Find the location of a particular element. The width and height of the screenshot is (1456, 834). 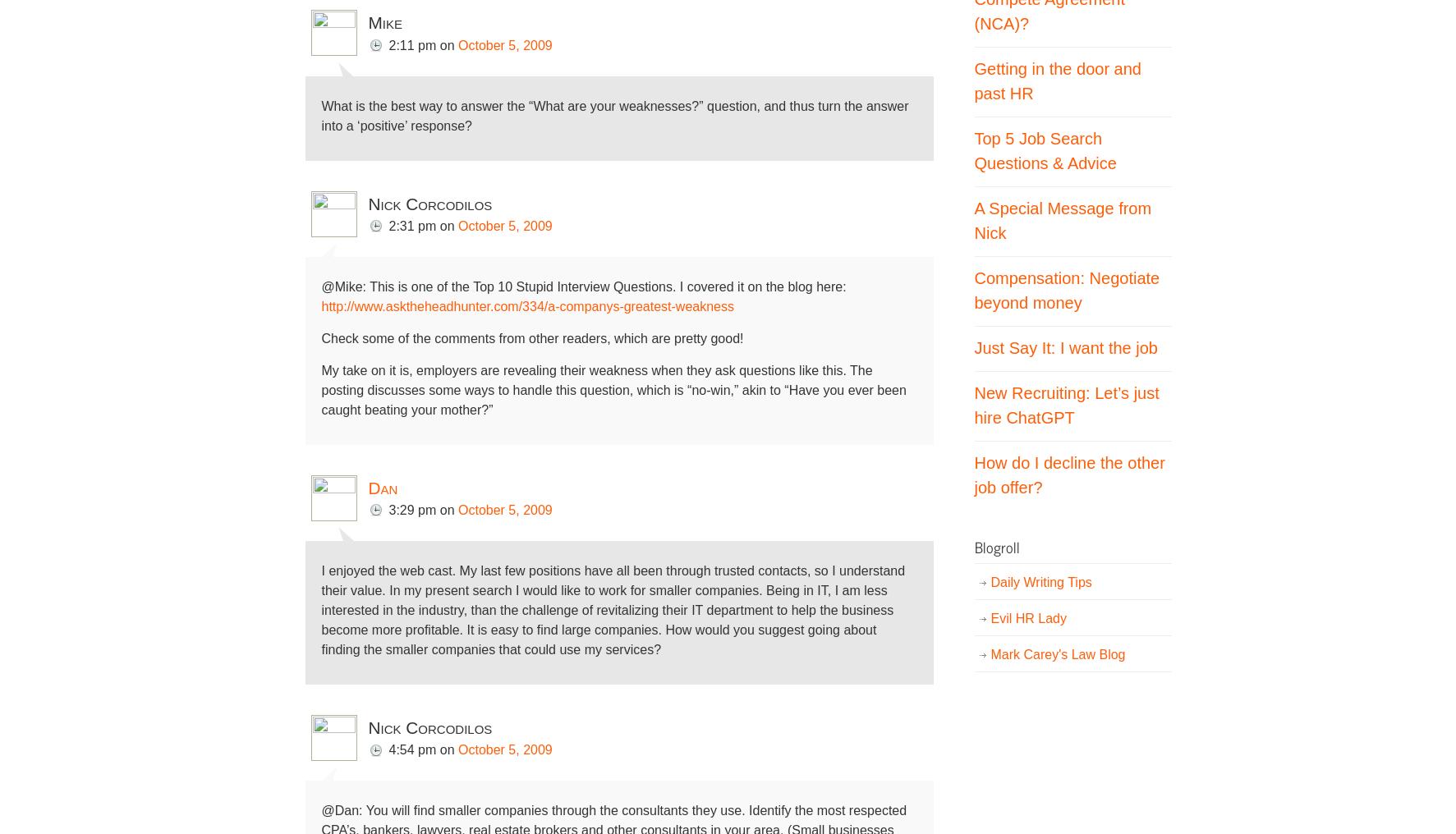

'http://www.asktheheadhunter.com/334/a-companys-greatest-weakness' is located at coordinates (320, 305).